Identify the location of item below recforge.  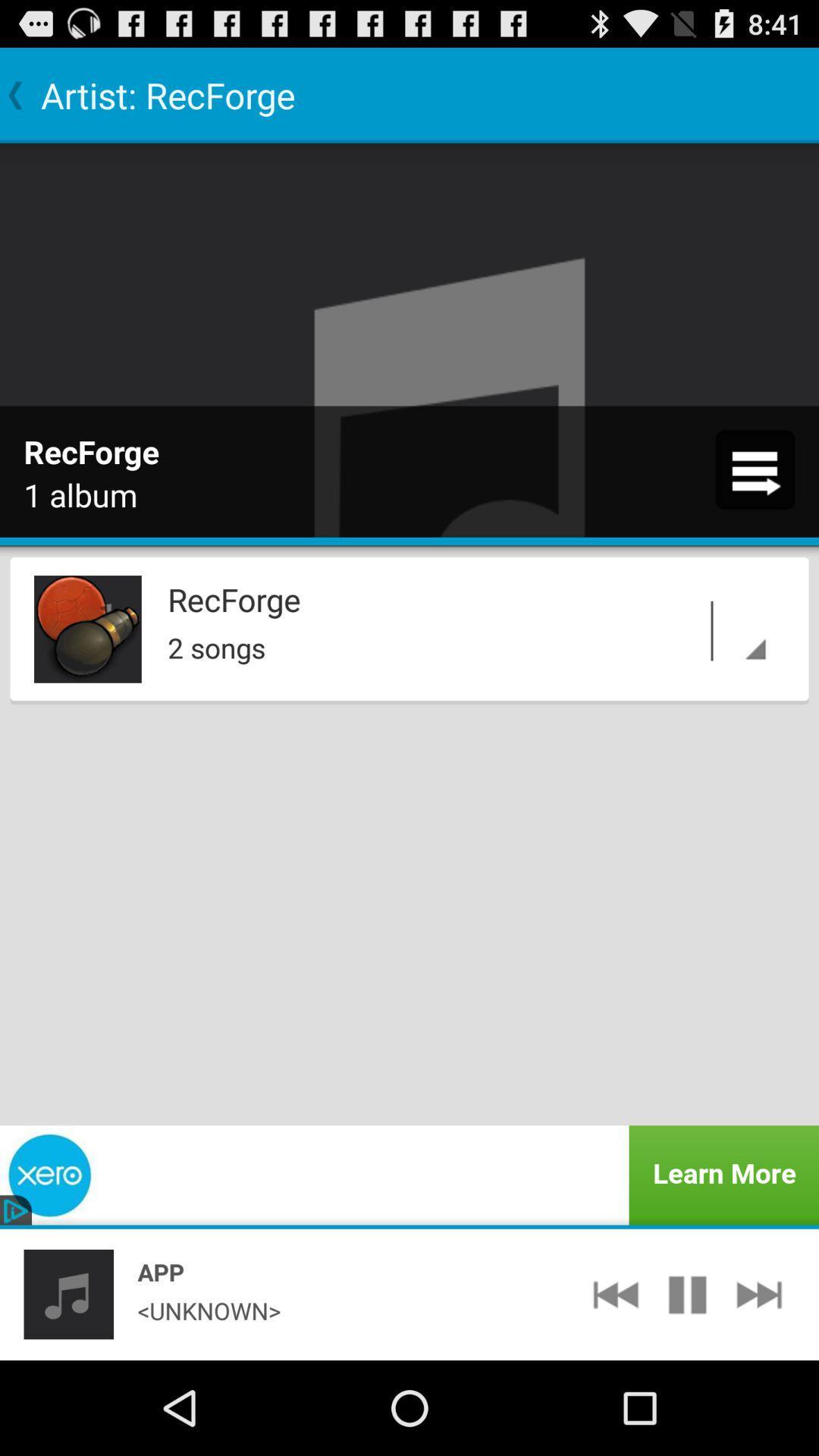
(713, 630).